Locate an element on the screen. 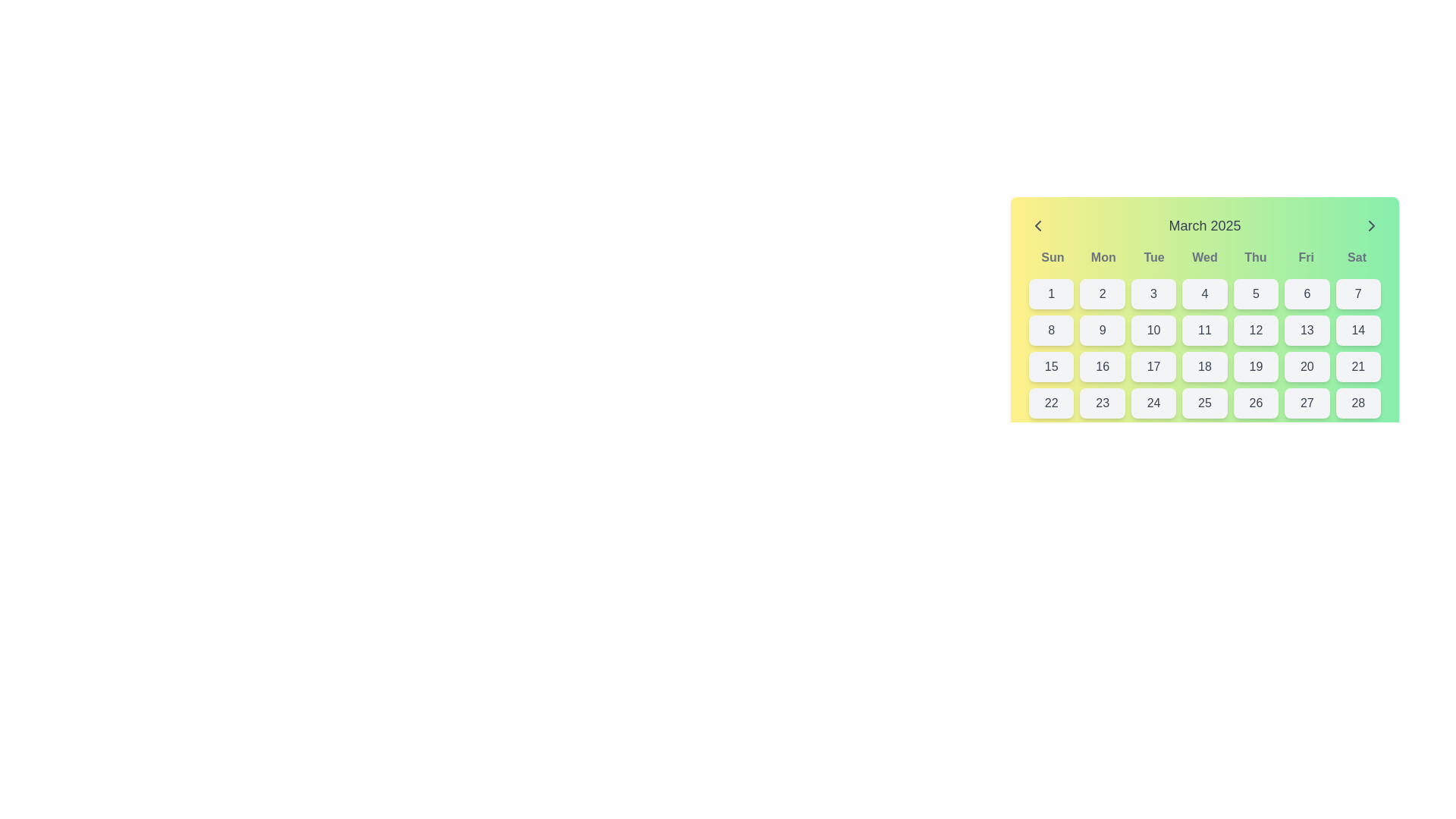 The image size is (1456, 819). the text label representing Friday in the calendar's day header section is located at coordinates (1305, 256).